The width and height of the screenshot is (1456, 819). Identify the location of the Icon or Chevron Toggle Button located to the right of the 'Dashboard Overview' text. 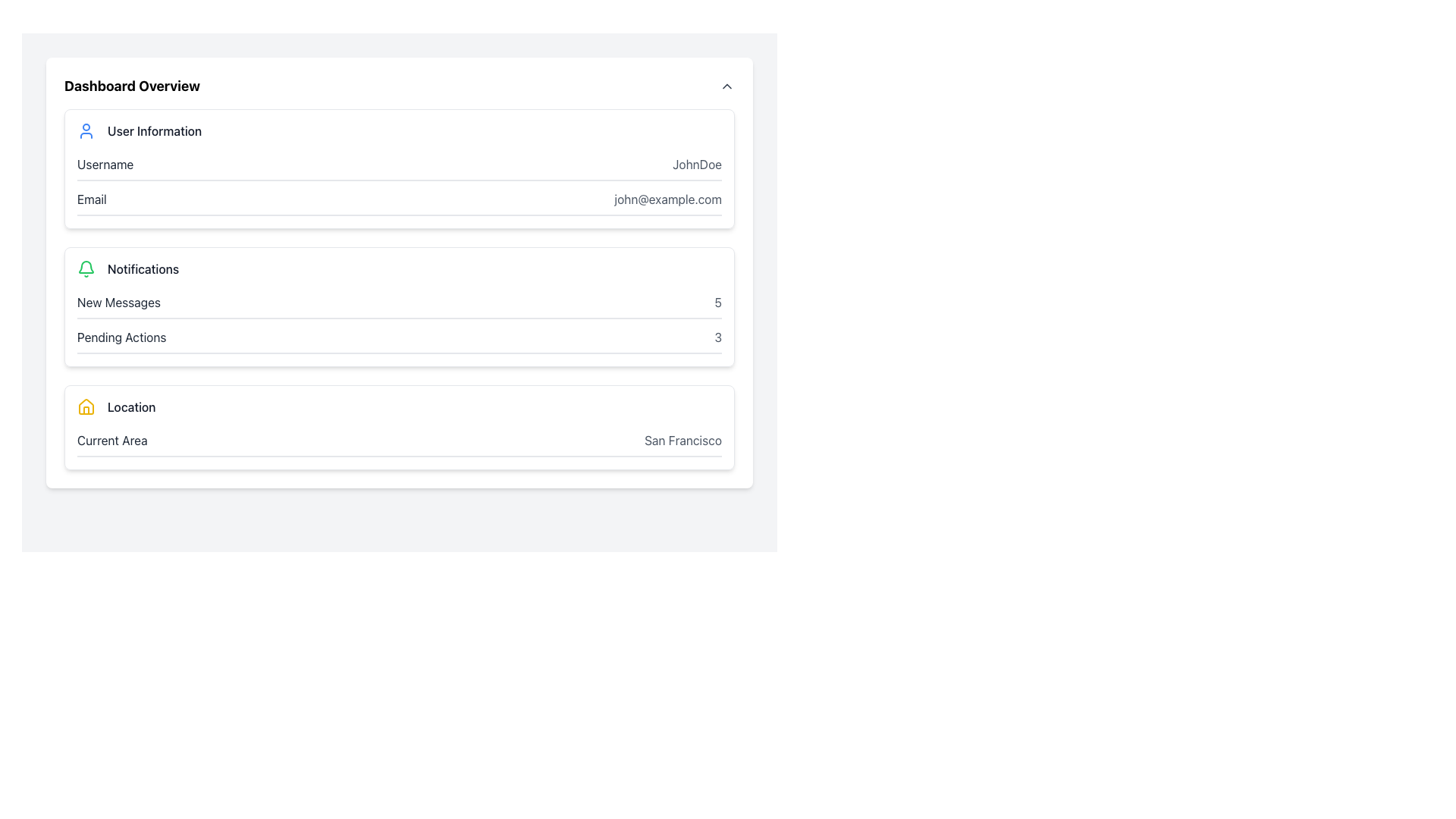
(726, 86).